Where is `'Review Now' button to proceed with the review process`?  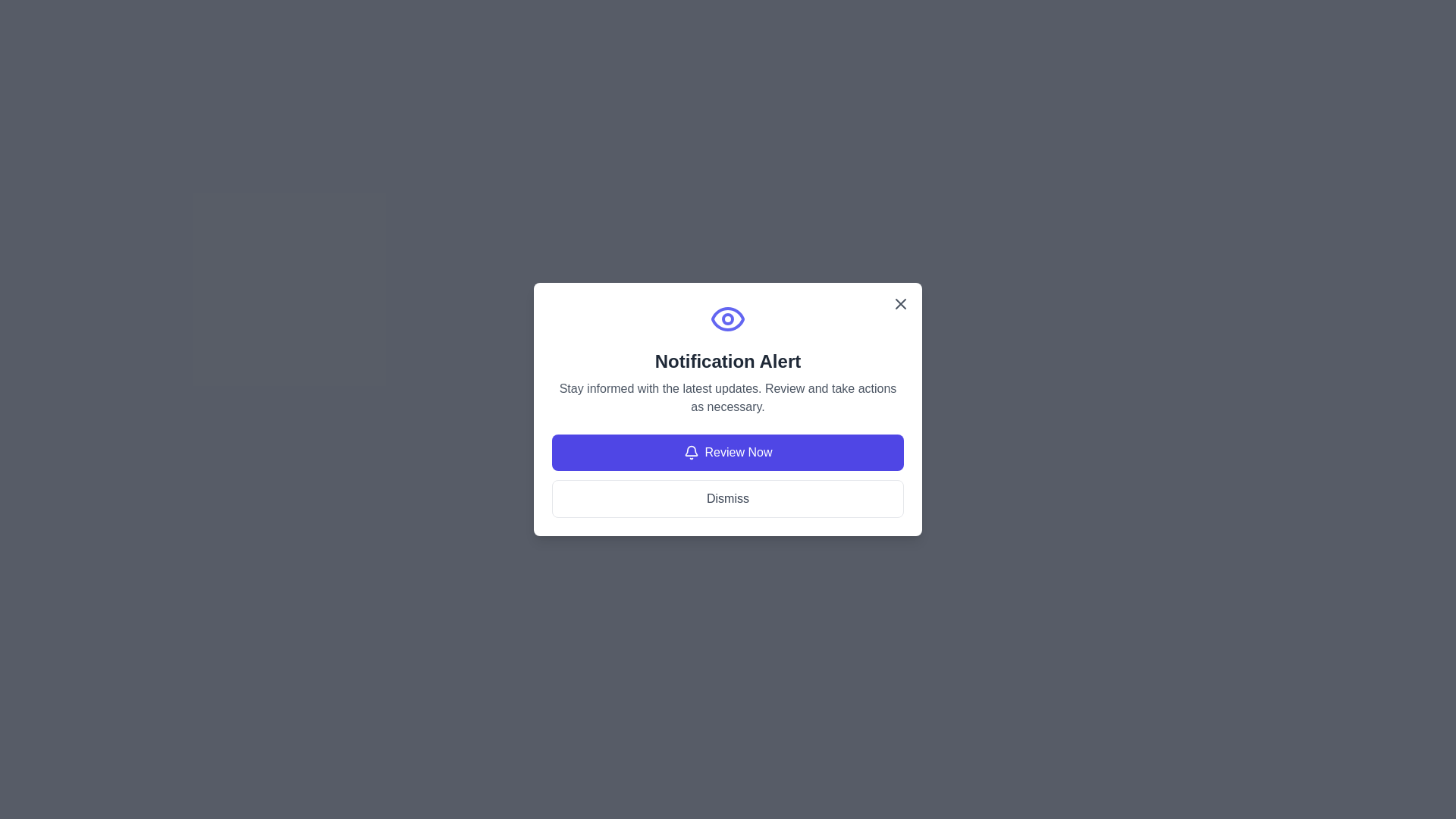
'Review Now' button to proceed with the review process is located at coordinates (728, 452).